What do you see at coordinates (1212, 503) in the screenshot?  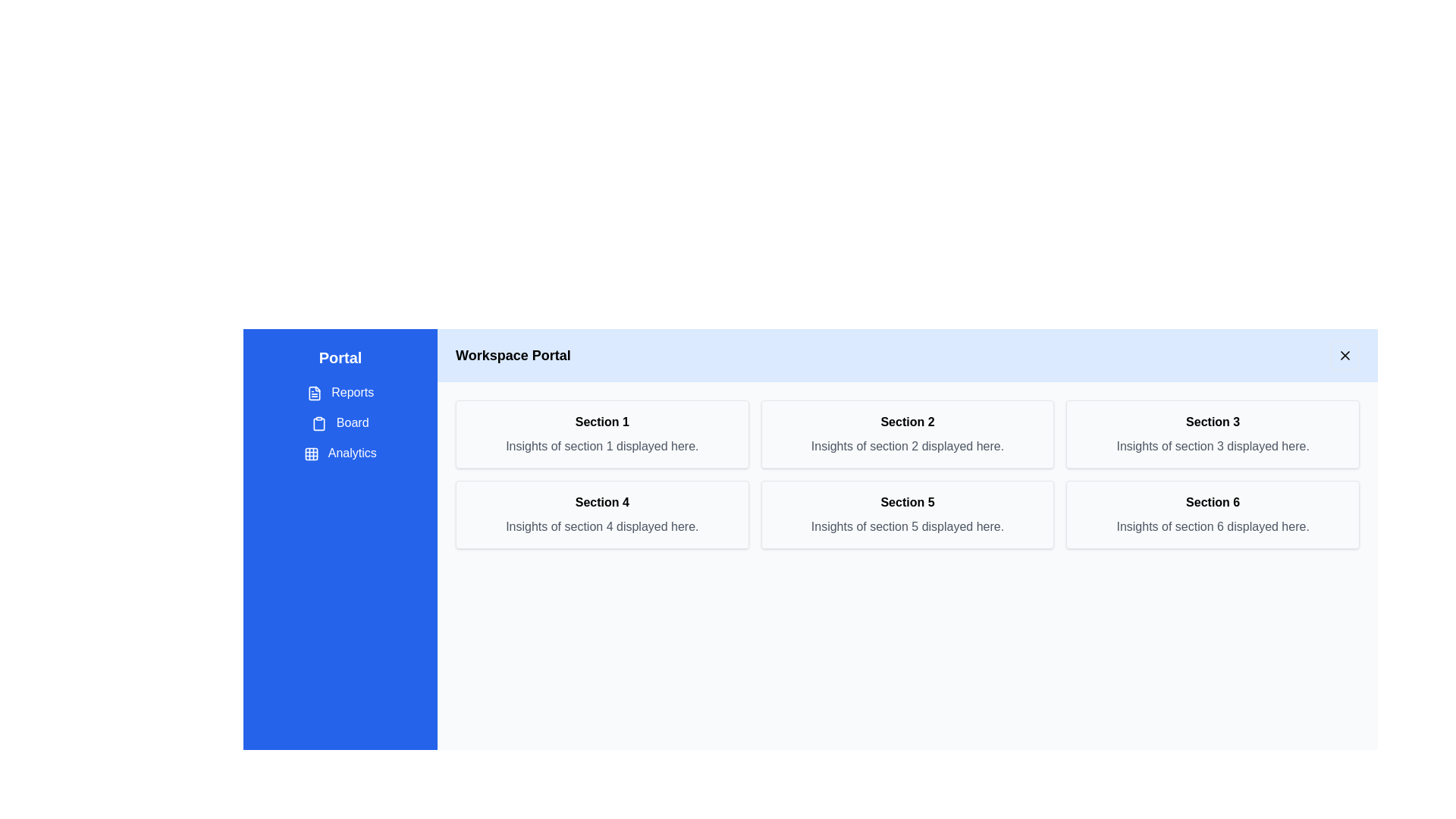 I see `the bold text label displaying 'Section 6' located at the top-center of the bottom-right card in the grid layout` at bounding box center [1212, 503].